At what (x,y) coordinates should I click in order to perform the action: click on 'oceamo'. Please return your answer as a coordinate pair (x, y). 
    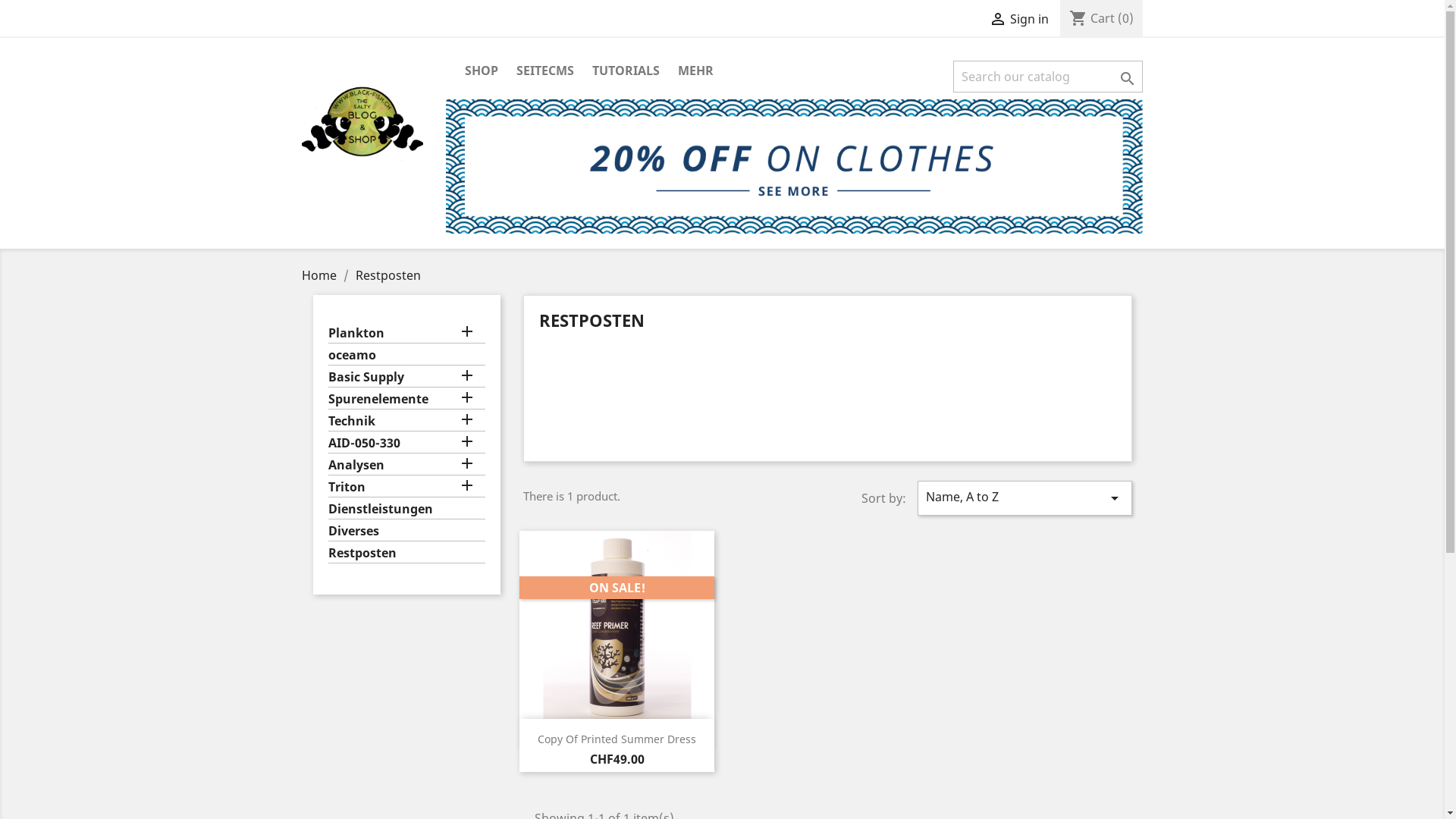
    Looking at the image, I should click on (406, 356).